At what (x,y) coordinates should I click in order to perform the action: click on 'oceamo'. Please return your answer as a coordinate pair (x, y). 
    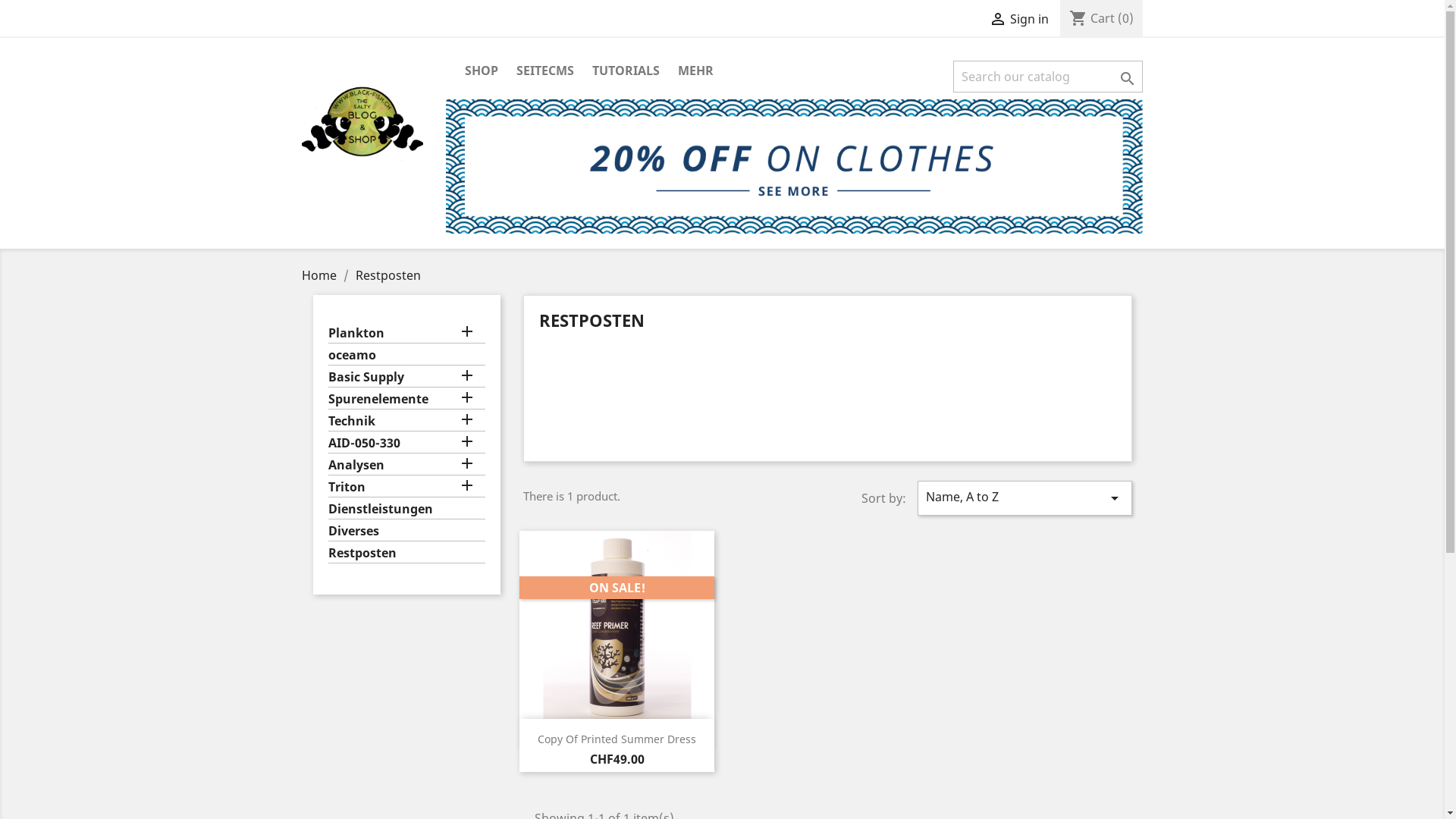
    Looking at the image, I should click on (406, 356).